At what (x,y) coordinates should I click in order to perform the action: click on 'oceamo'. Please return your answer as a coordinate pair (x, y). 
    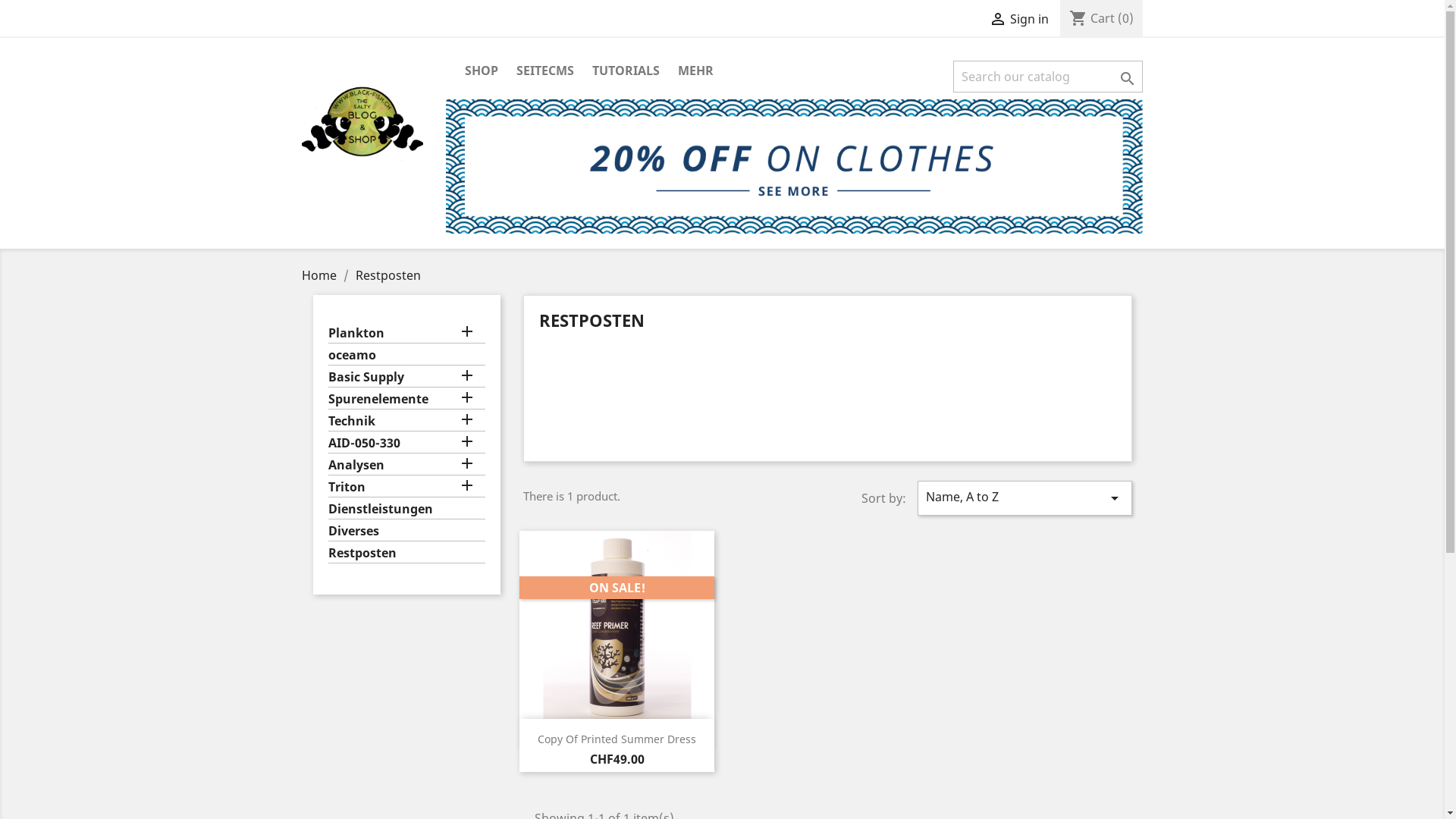
    Looking at the image, I should click on (406, 356).